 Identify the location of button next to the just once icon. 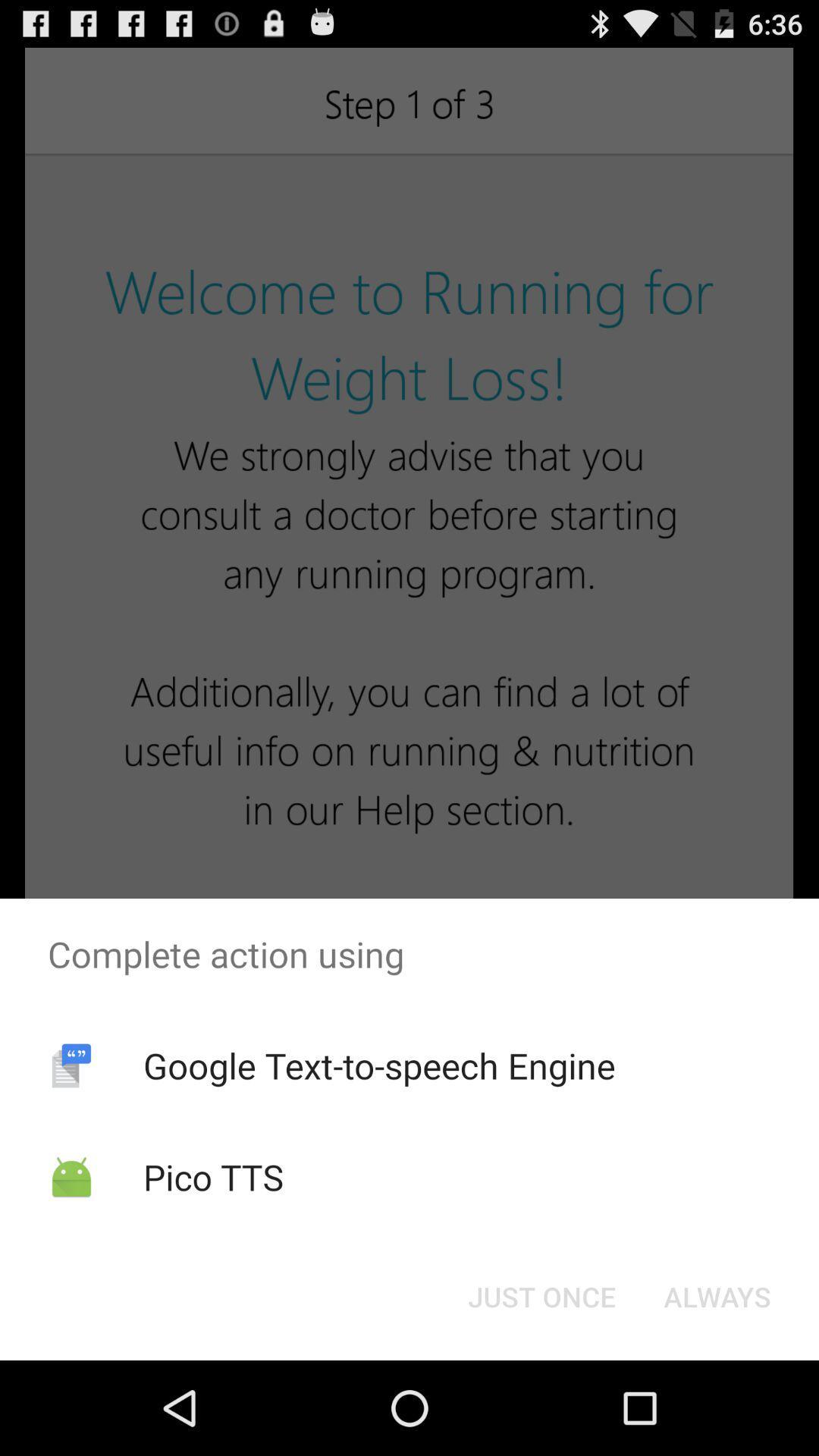
(717, 1295).